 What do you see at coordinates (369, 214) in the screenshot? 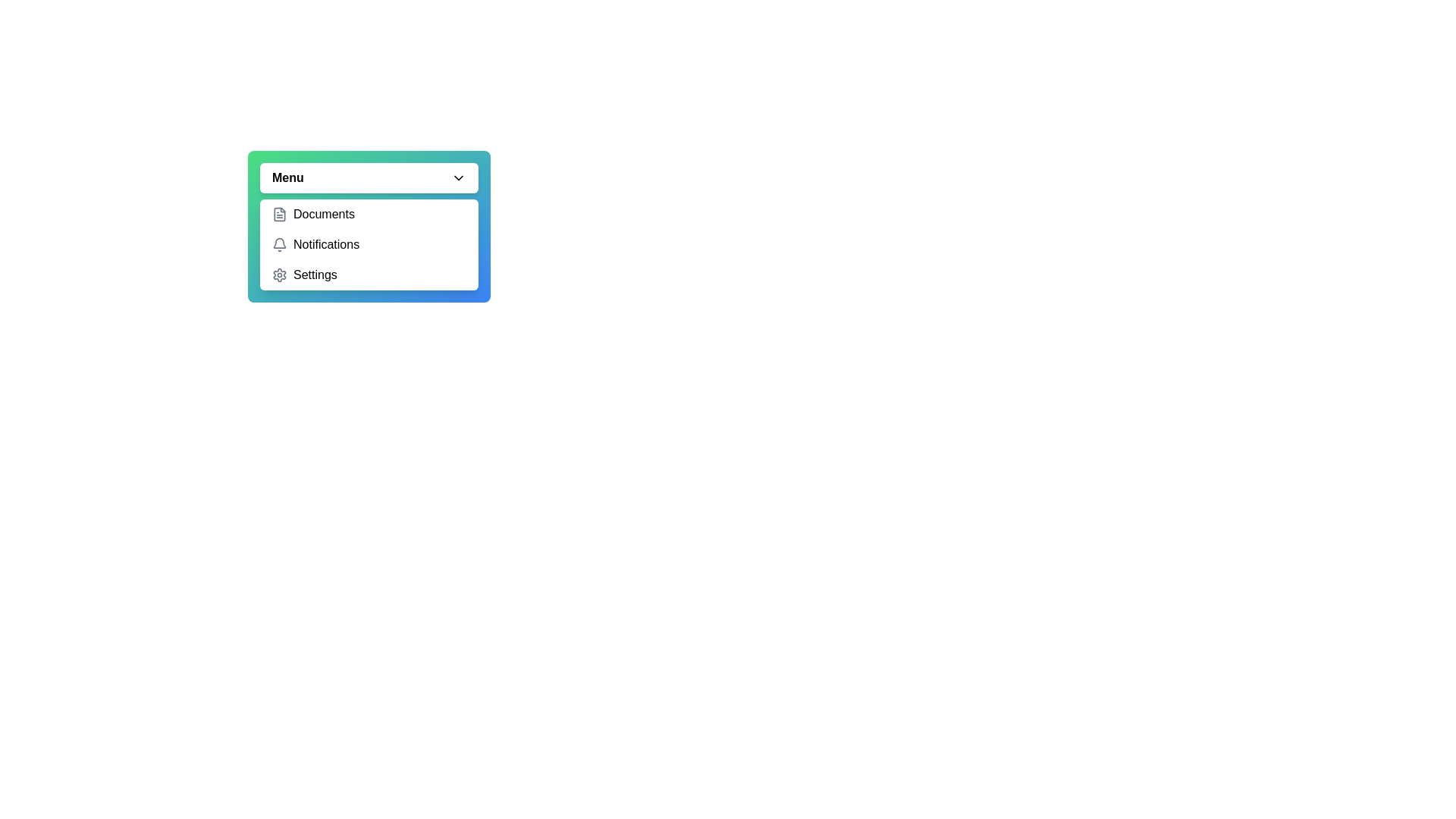
I see `the clickable list item labeled 'Documents' in the dropdown menu` at bounding box center [369, 214].